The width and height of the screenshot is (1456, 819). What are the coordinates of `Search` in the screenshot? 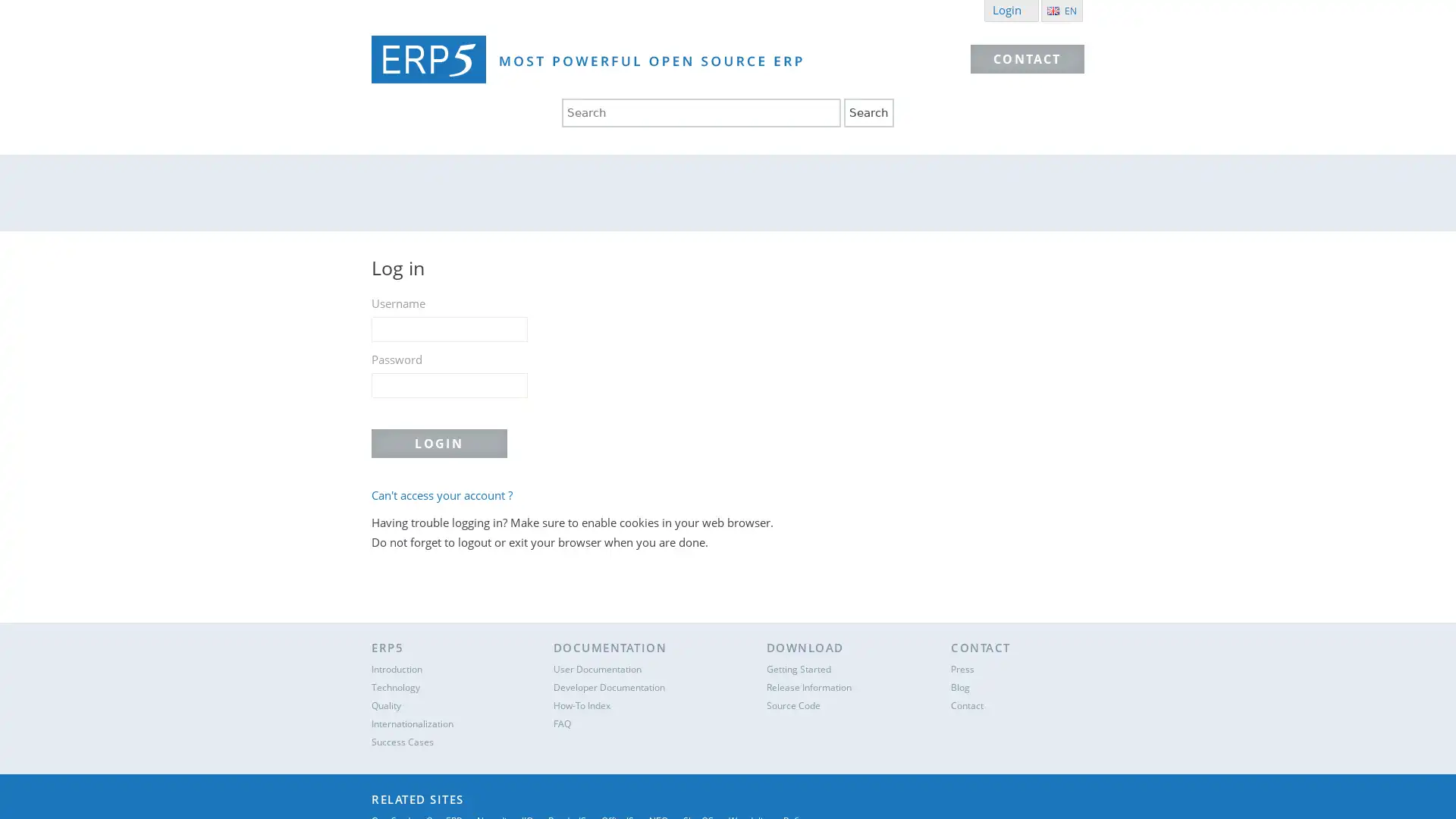 It's located at (869, 112).